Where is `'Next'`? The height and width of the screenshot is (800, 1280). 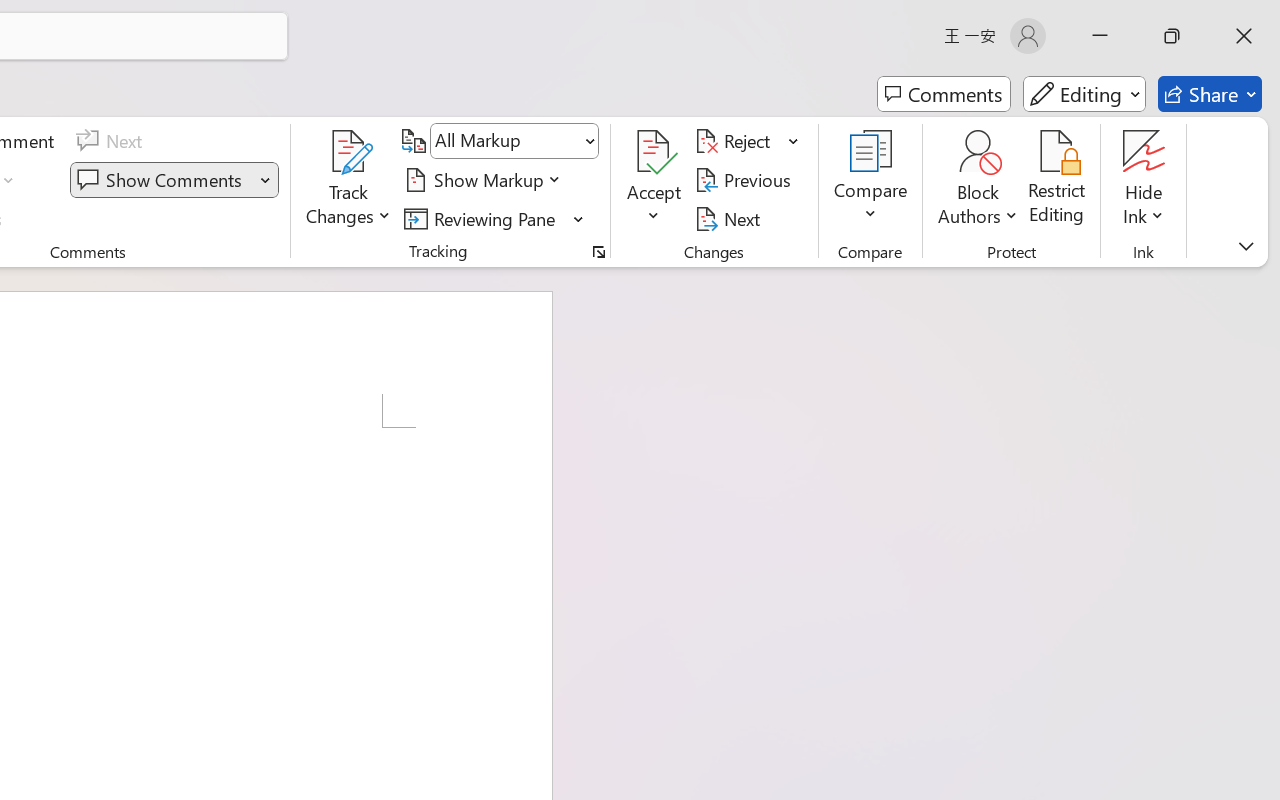 'Next' is located at coordinates (729, 218).